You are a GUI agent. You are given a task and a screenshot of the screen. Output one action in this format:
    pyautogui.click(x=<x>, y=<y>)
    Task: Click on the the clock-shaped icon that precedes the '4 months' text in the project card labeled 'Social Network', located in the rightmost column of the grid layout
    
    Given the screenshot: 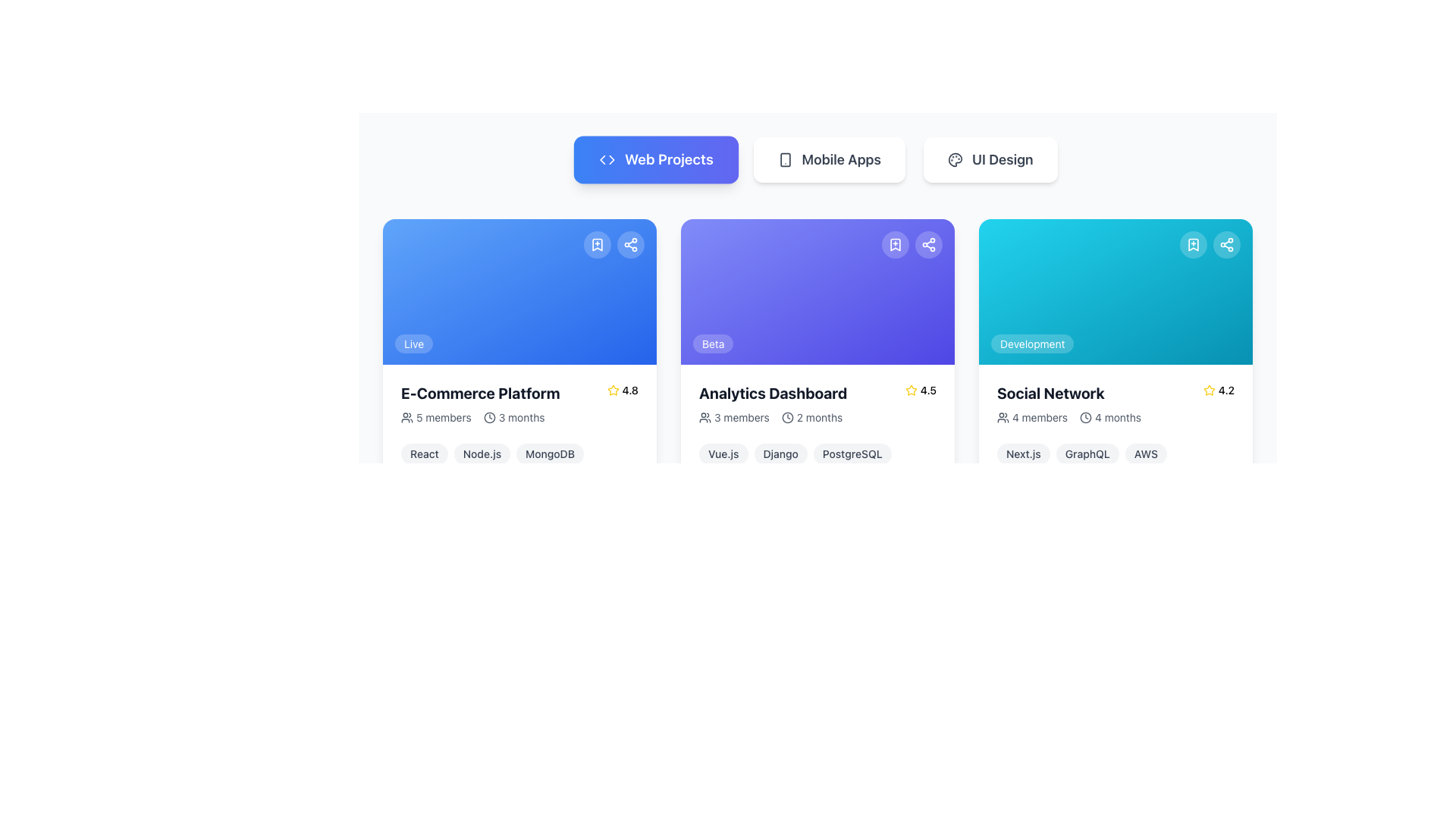 What is the action you would take?
    pyautogui.click(x=1085, y=418)
    